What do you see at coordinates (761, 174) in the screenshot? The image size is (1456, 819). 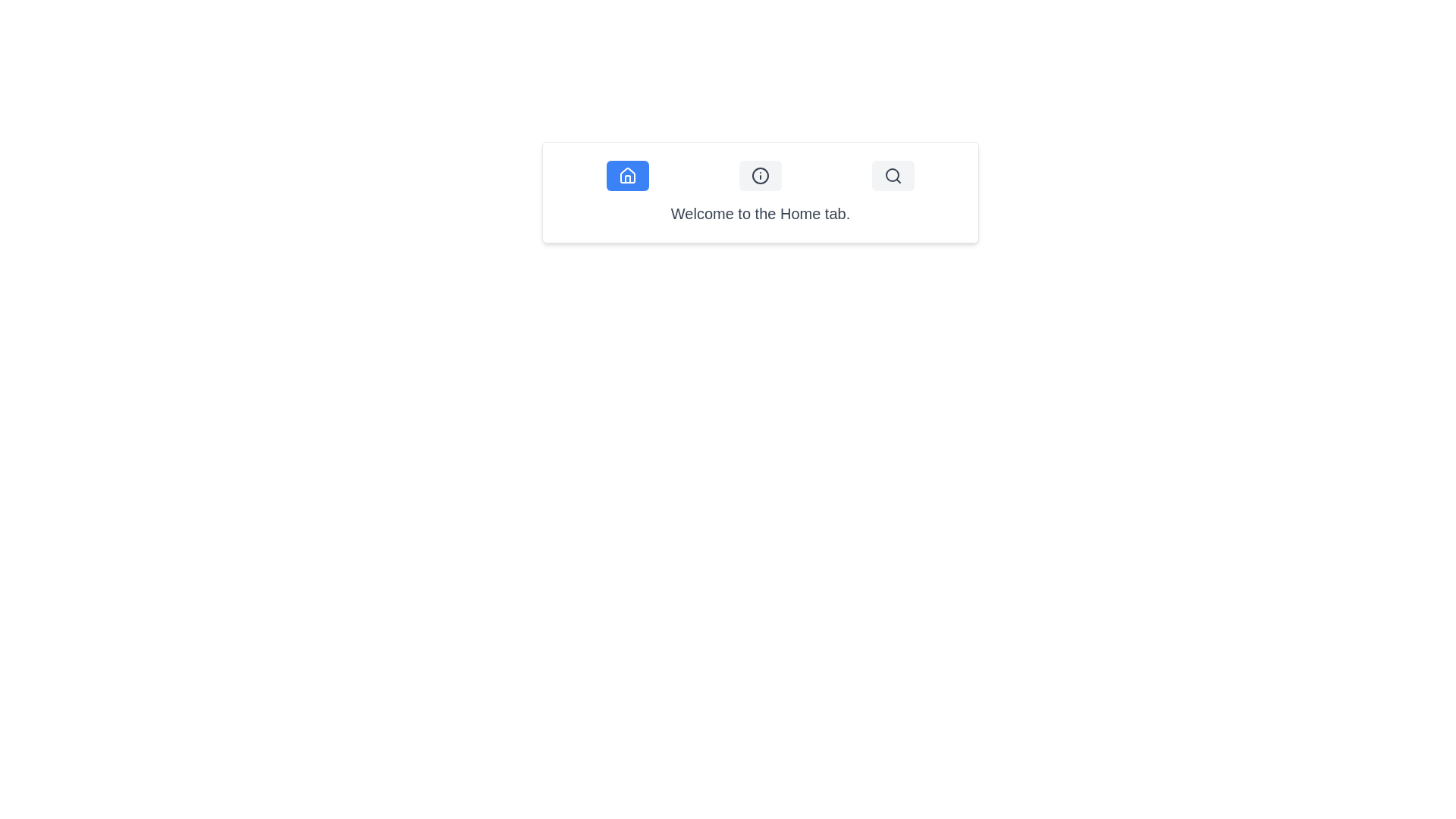 I see `the middle button, which is light gray with a circular icon containing an i symbol` at bounding box center [761, 174].